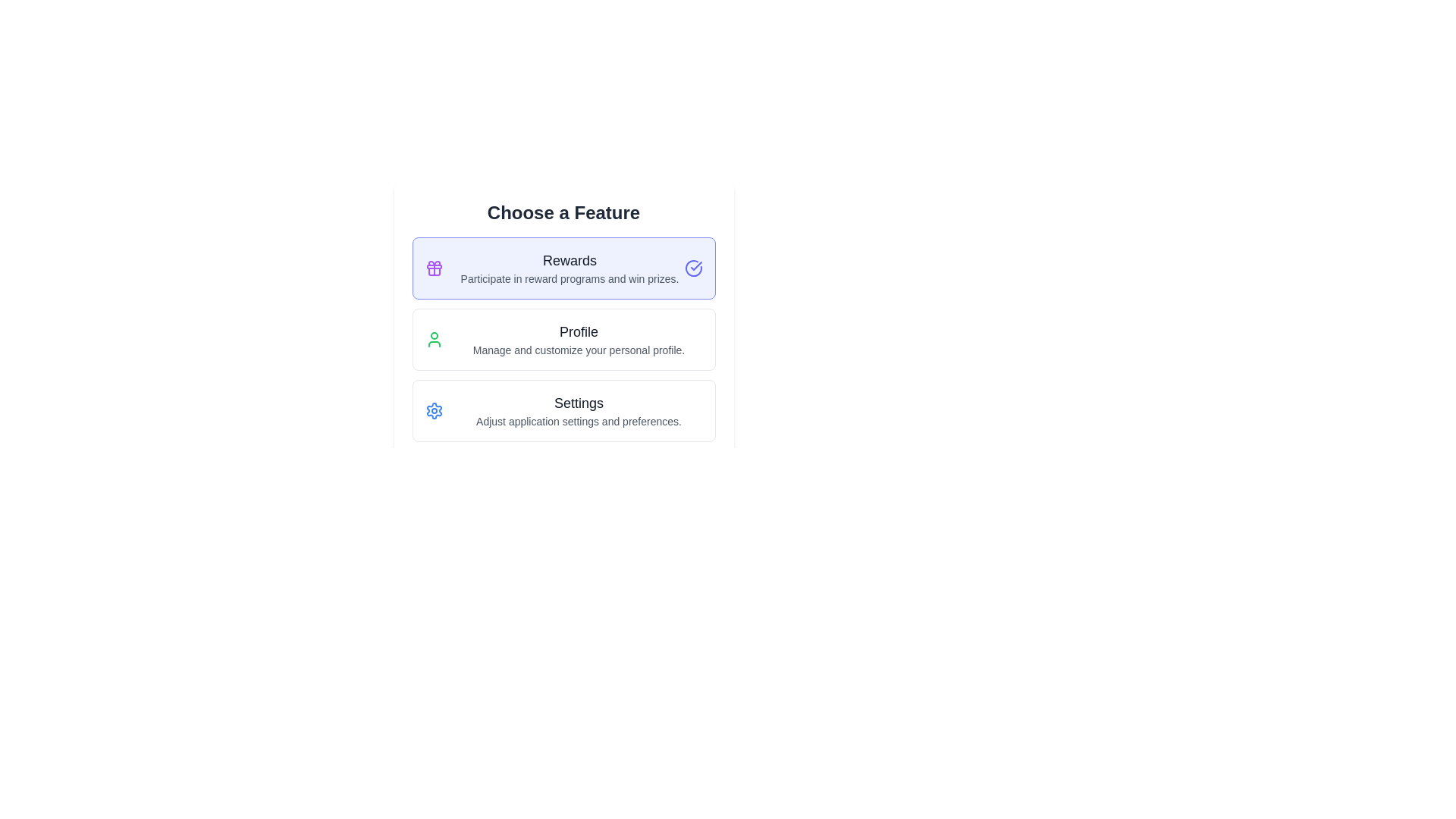 The height and width of the screenshot is (819, 1456). I want to click on the text block that states 'Participate in reward programs and win prizes.' which is styled with a smaller font size and a gray color tone, located below the 'Rewards' header, so click(569, 278).